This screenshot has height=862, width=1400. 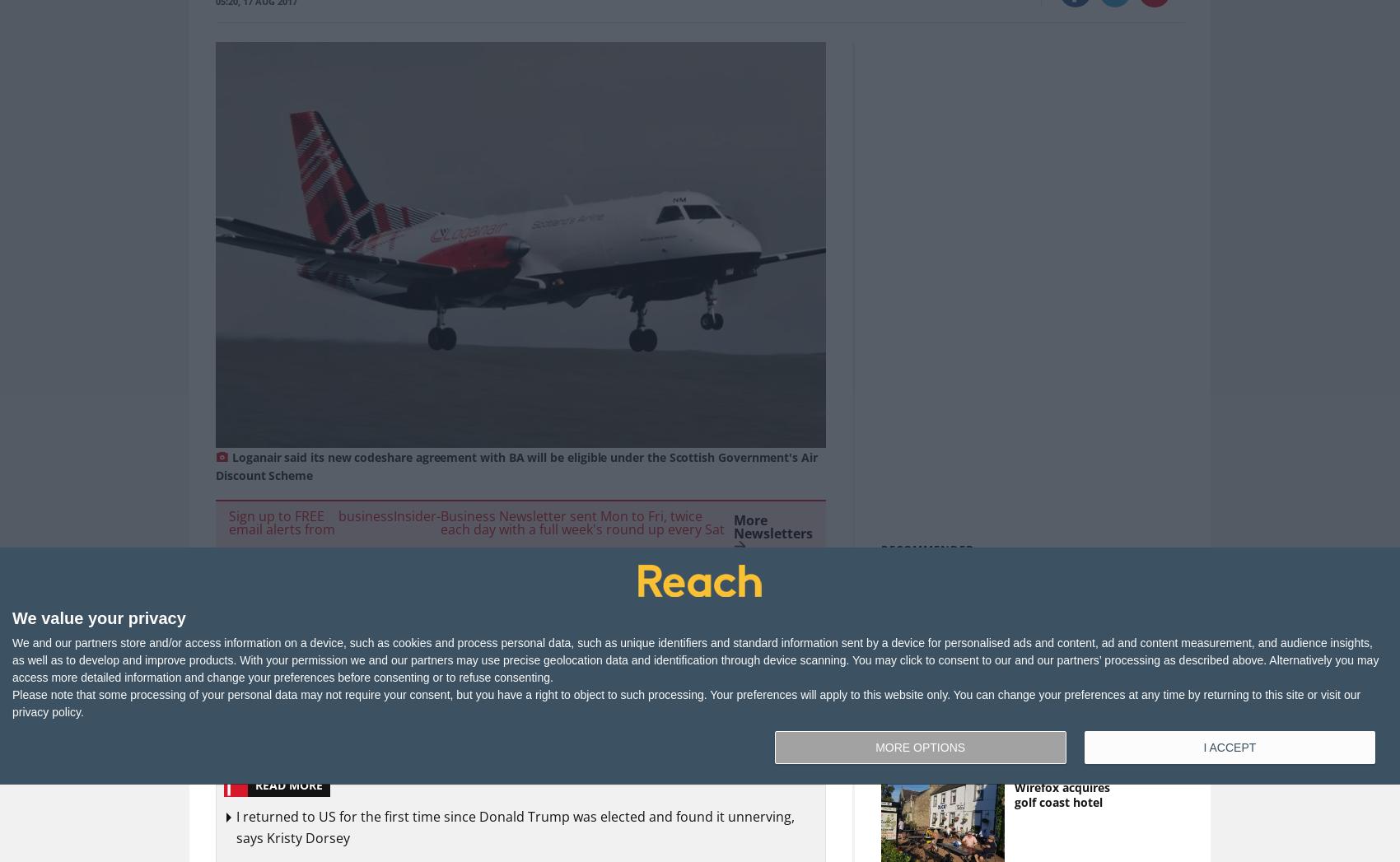 I want to click on 'Wirefox acquires golf coast hotel', so click(x=1012, y=794).